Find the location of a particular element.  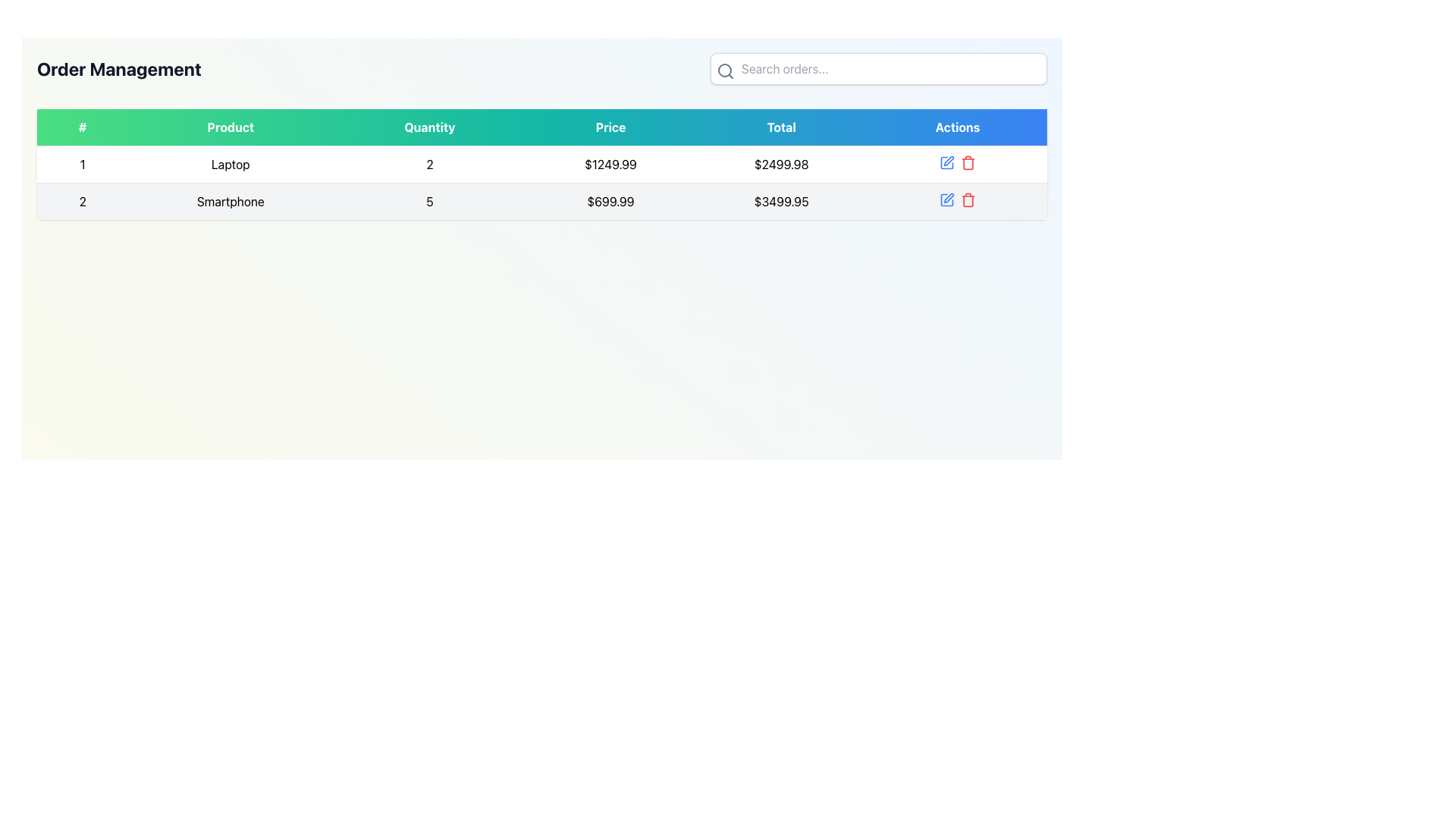

the Text Display showing the price '$3499.95' in bold black font located in the 'Total' column of the second row in the 'Order Management' interface is located at coordinates (781, 200).